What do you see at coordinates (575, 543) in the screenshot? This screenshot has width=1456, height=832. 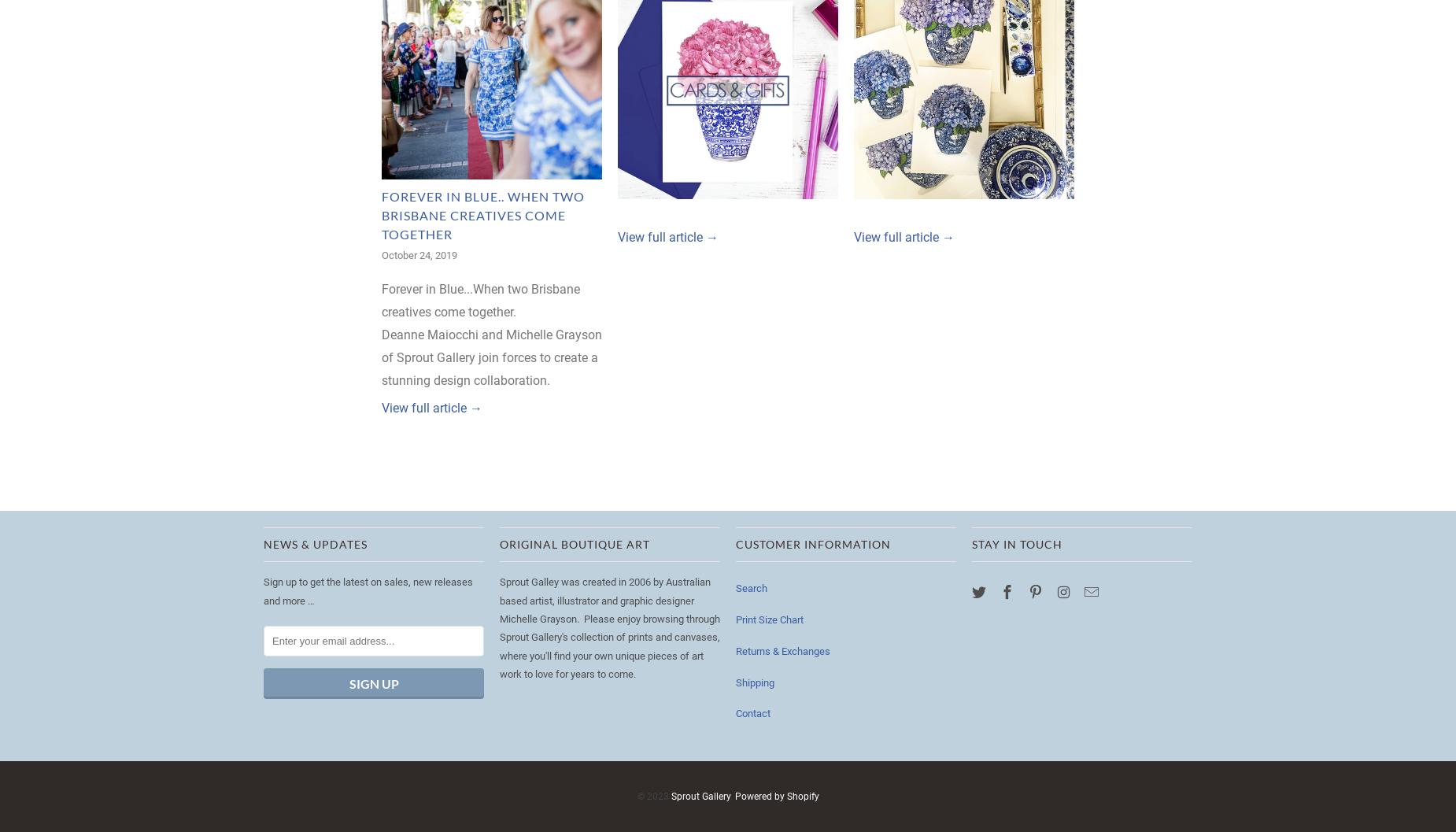 I see `'Original Boutique art'` at bounding box center [575, 543].